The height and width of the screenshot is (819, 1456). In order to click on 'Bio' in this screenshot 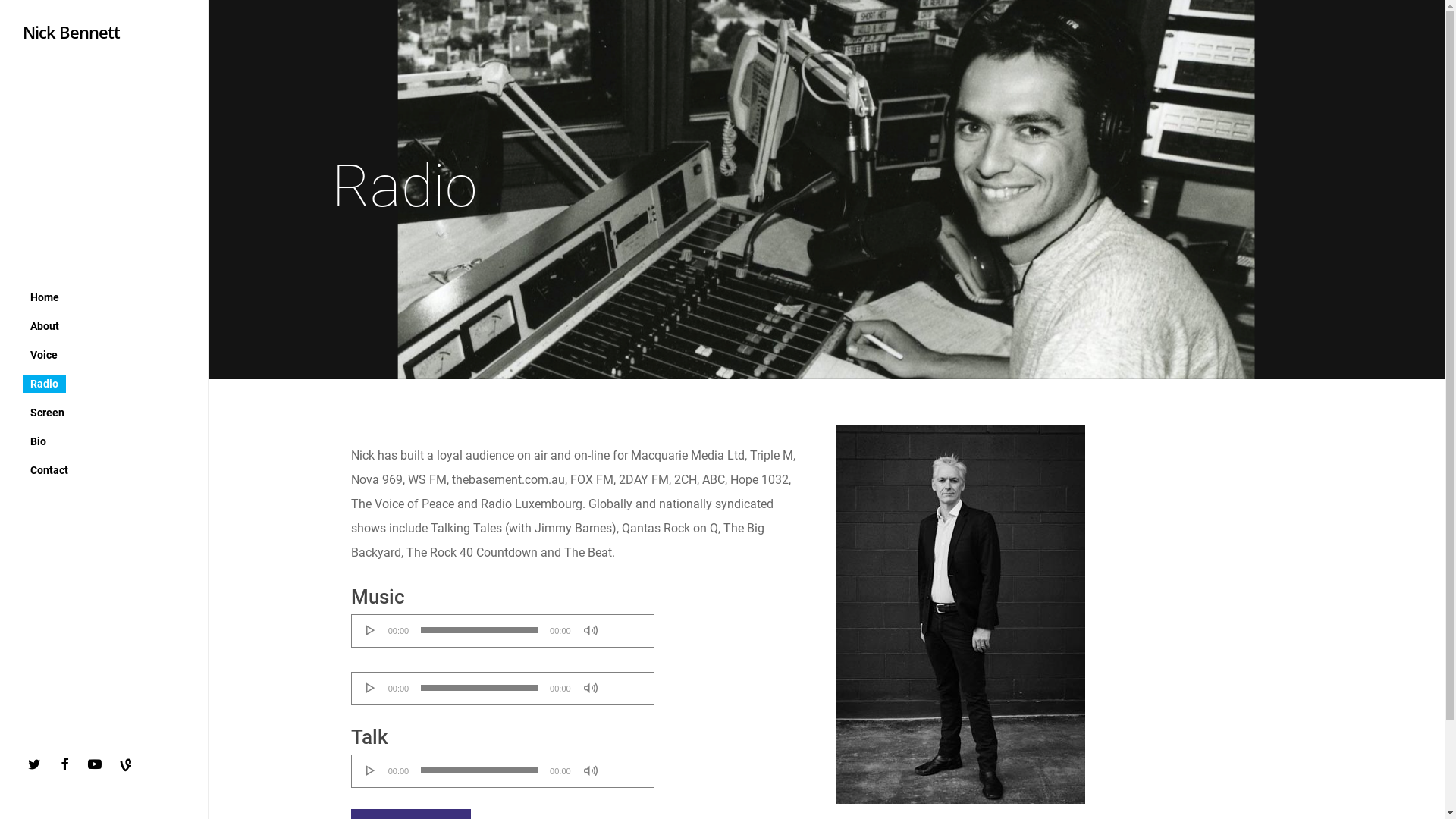, I will do `click(38, 441)`.